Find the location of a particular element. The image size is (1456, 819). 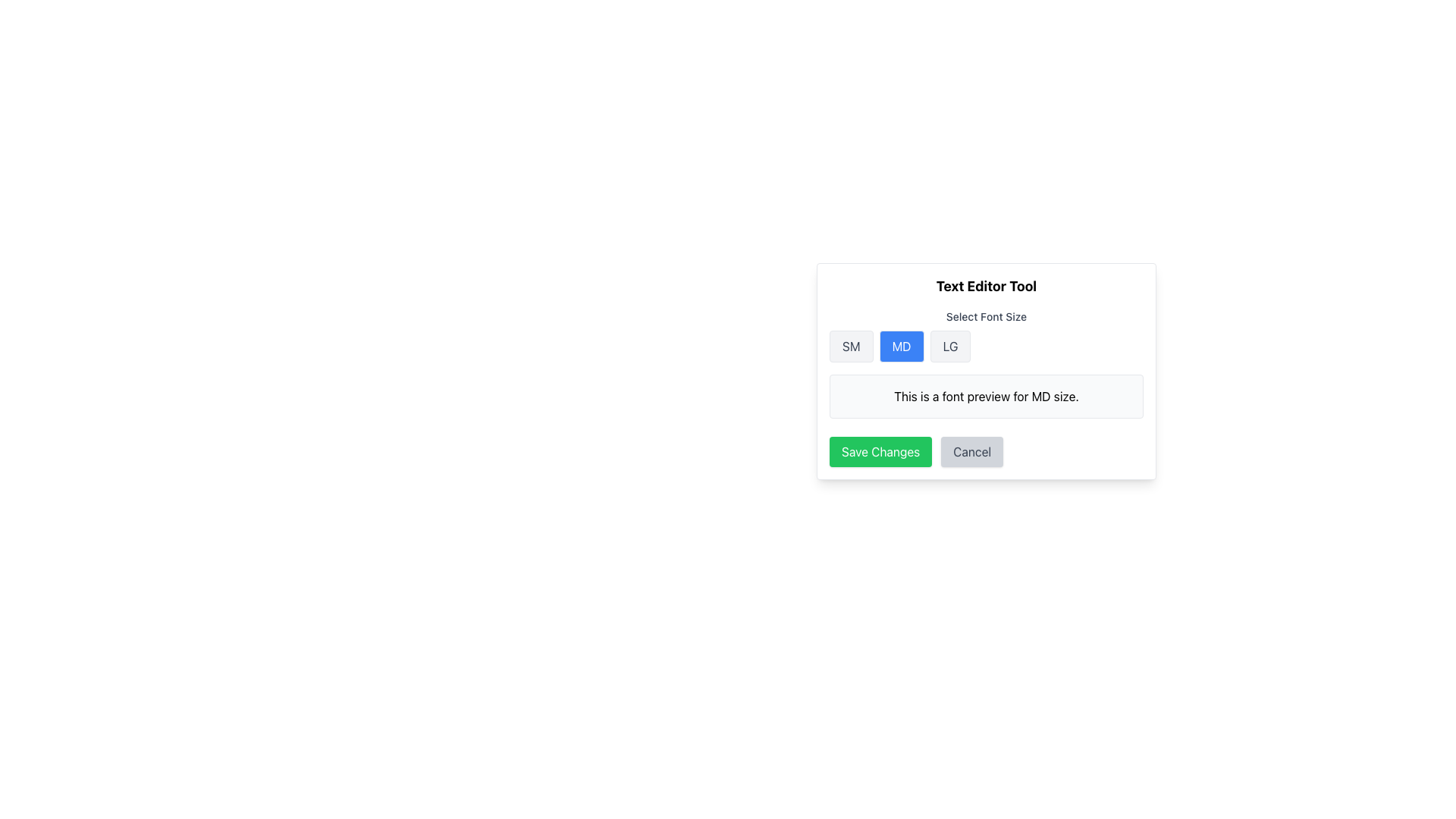

the 'Medium' font size button located in the middle of the 'Text Editor Tool' dialog box, positioned between the 'SM' and 'LG' buttons is located at coordinates (902, 346).